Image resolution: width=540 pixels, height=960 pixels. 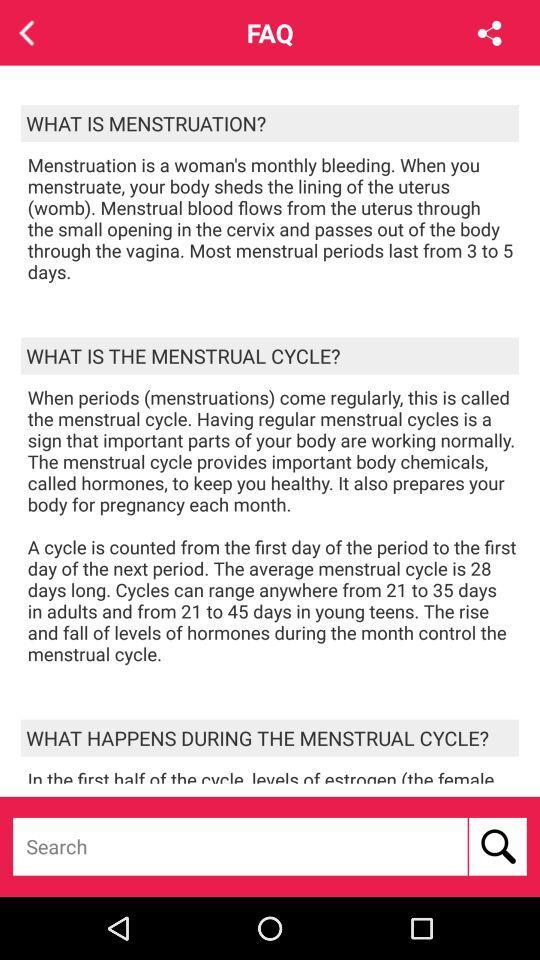 What do you see at coordinates (490, 34) in the screenshot?
I see `the share icon` at bounding box center [490, 34].